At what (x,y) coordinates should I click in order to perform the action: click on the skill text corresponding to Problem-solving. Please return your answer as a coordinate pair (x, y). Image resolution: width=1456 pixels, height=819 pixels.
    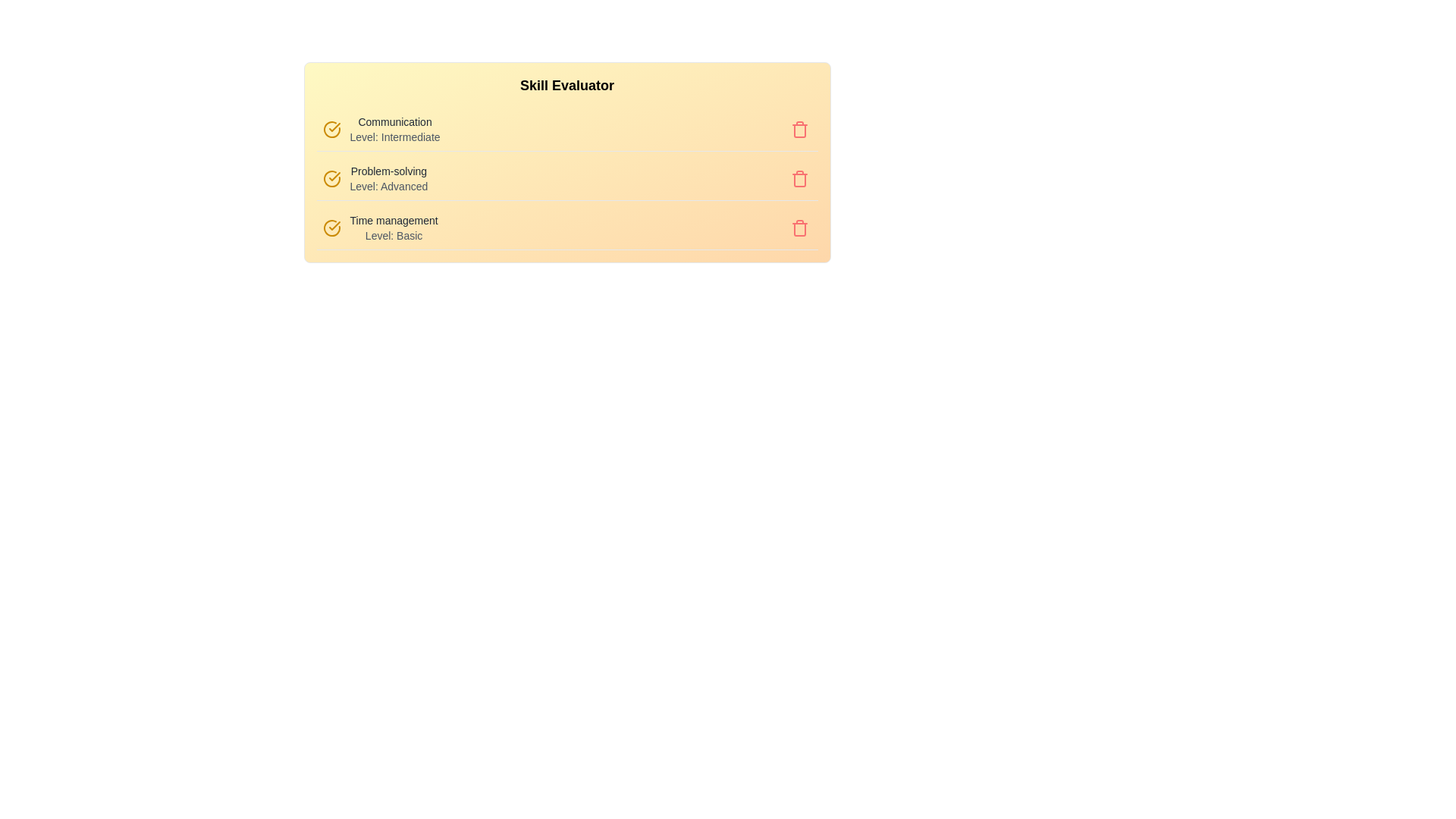
    Looking at the image, I should click on (388, 177).